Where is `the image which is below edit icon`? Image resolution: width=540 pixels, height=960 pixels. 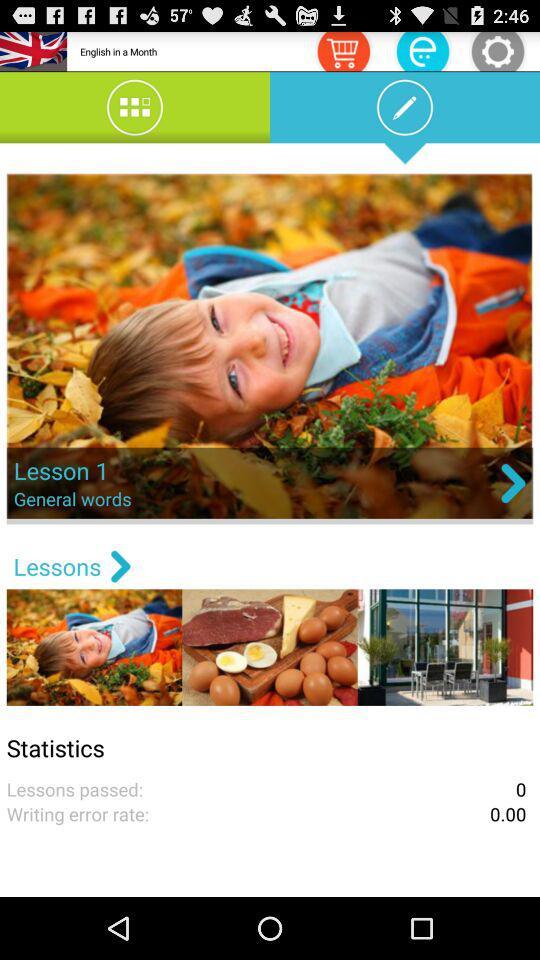
the image which is below edit icon is located at coordinates (270, 348).